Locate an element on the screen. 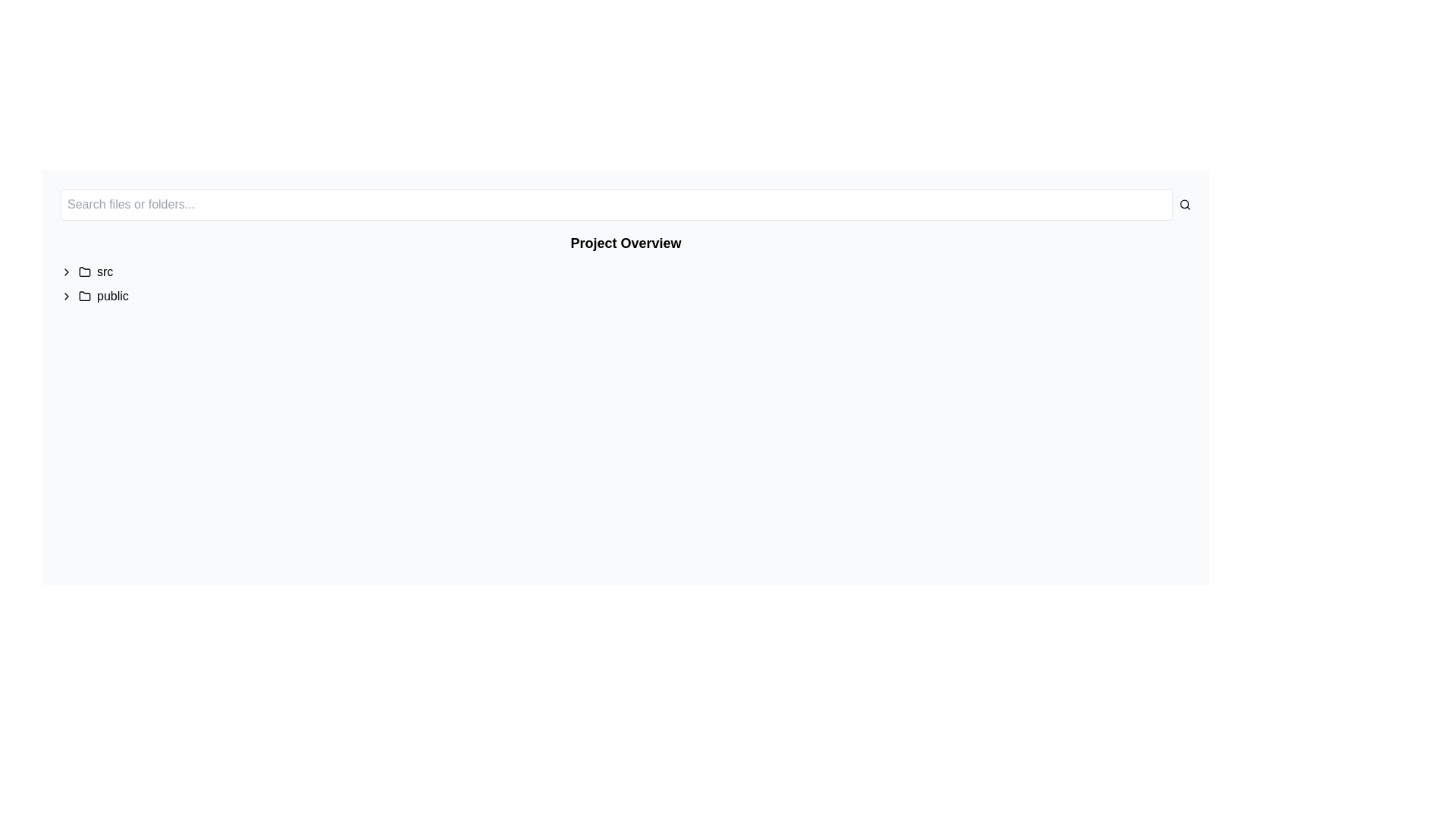  the SVG-based right-arrow icon located to the left of the 'public' label in the vertically aligned list to initiate an action is located at coordinates (65, 296).